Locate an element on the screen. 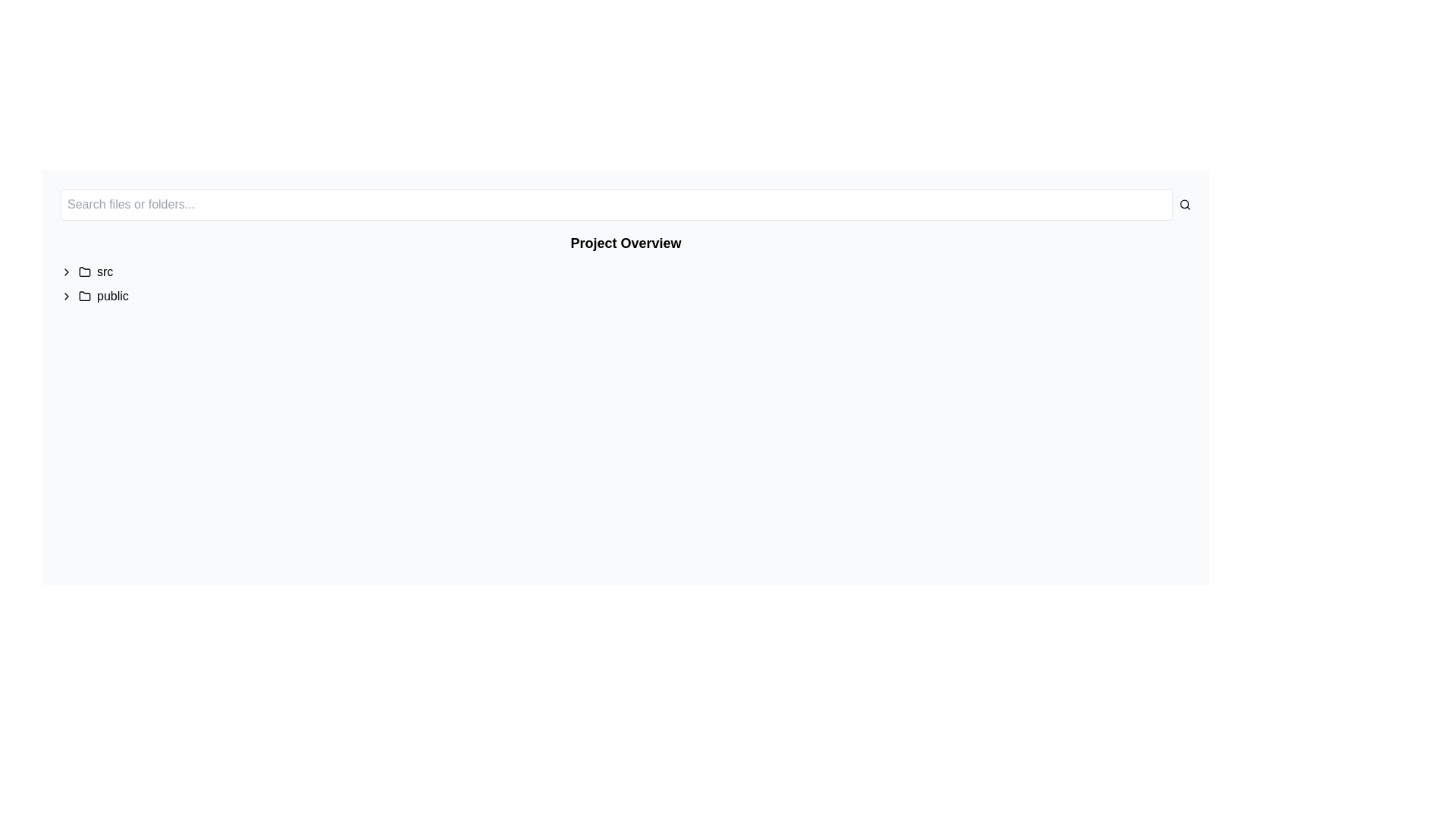  the SVG-based right-arrow icon located to the left of the 'public' label in the vertically aligned list to initiate an action is located at coordinates (65, 296).